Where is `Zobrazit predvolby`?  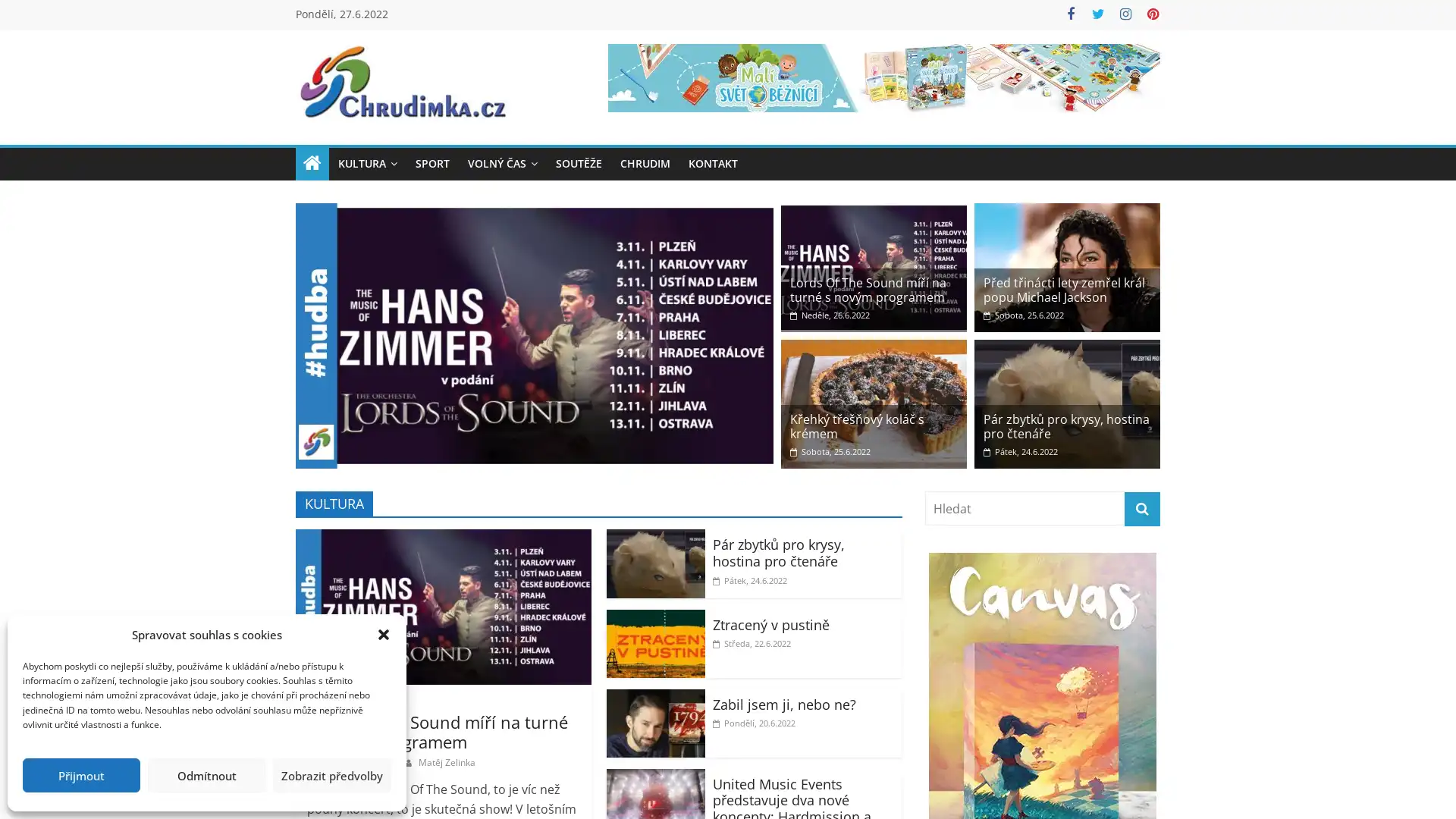
Zobrazit predvolby is located at coordinates (331, 775).